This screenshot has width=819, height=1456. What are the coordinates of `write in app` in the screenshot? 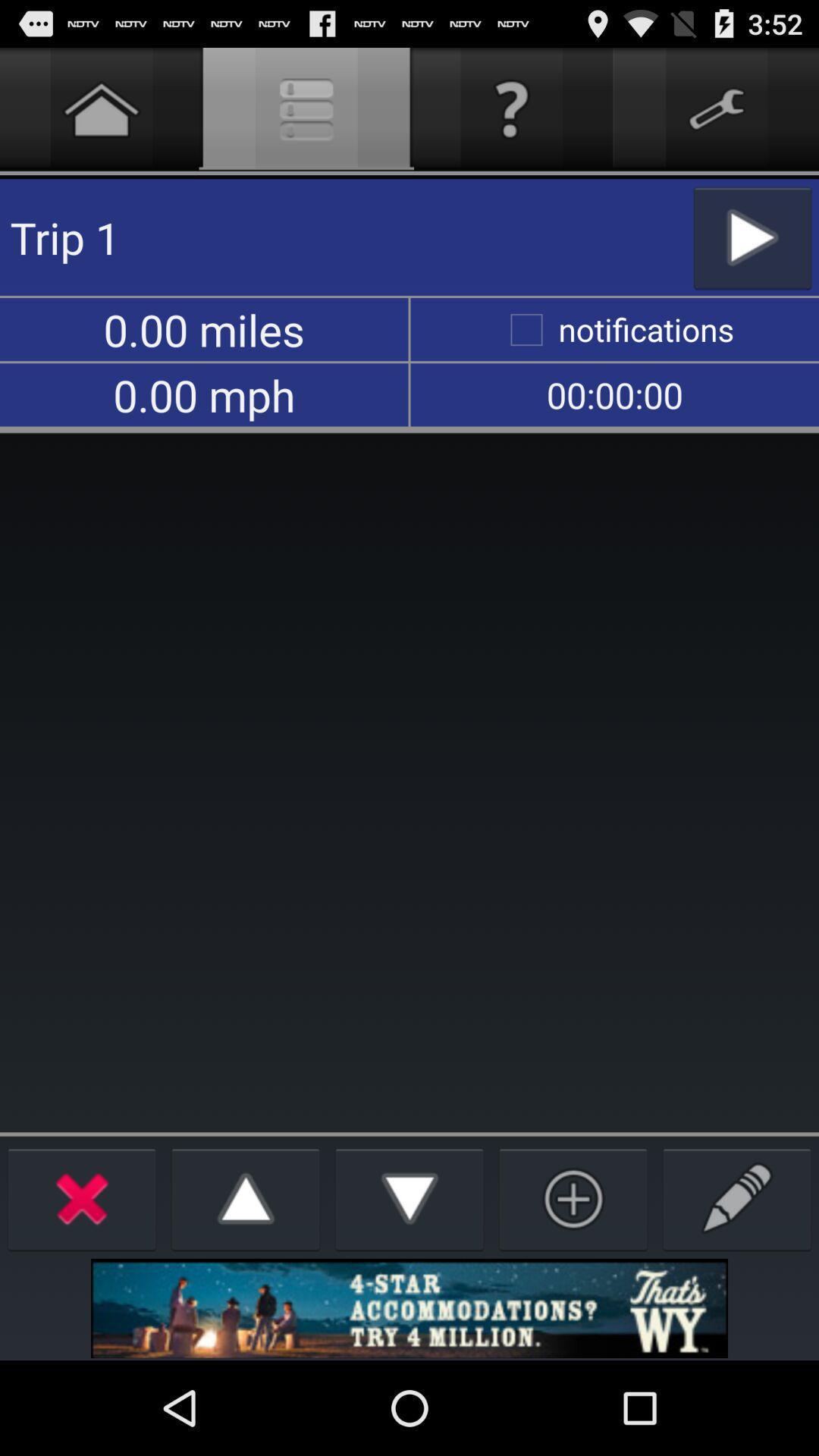 It's located at (736, 1197).